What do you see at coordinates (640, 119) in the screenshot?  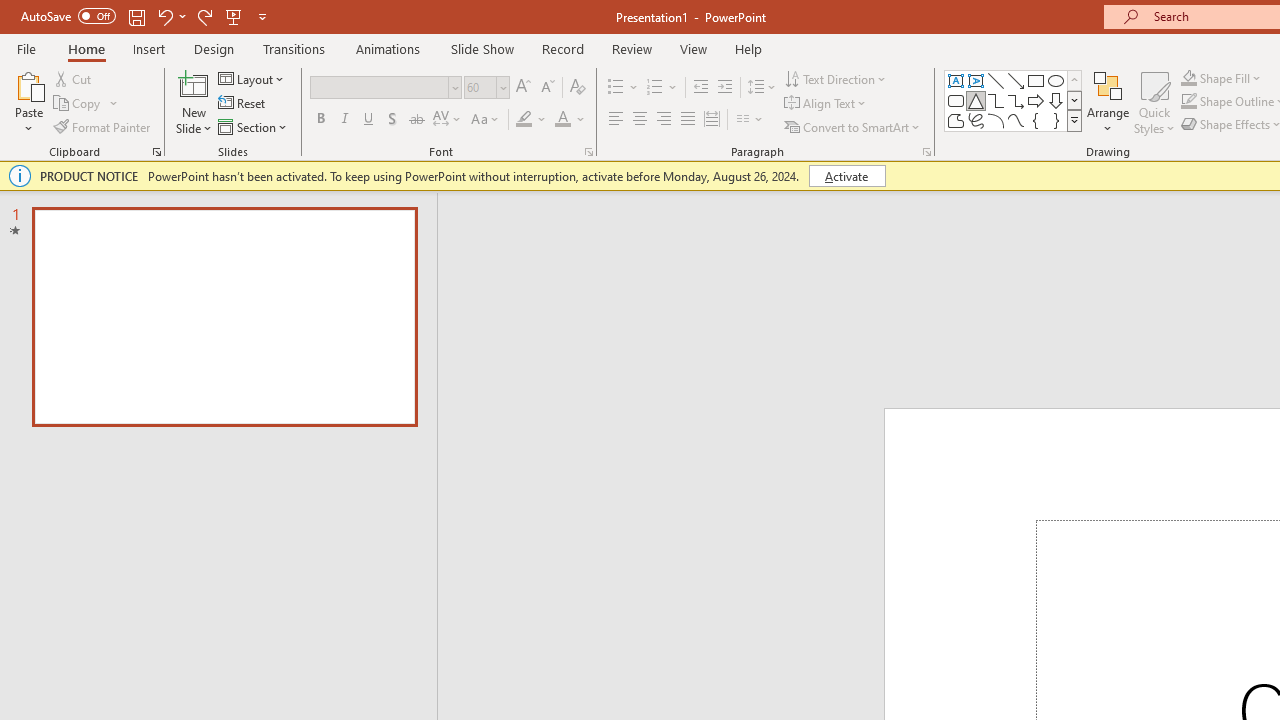 I see `'Center'` at bounding box center [640, 119].